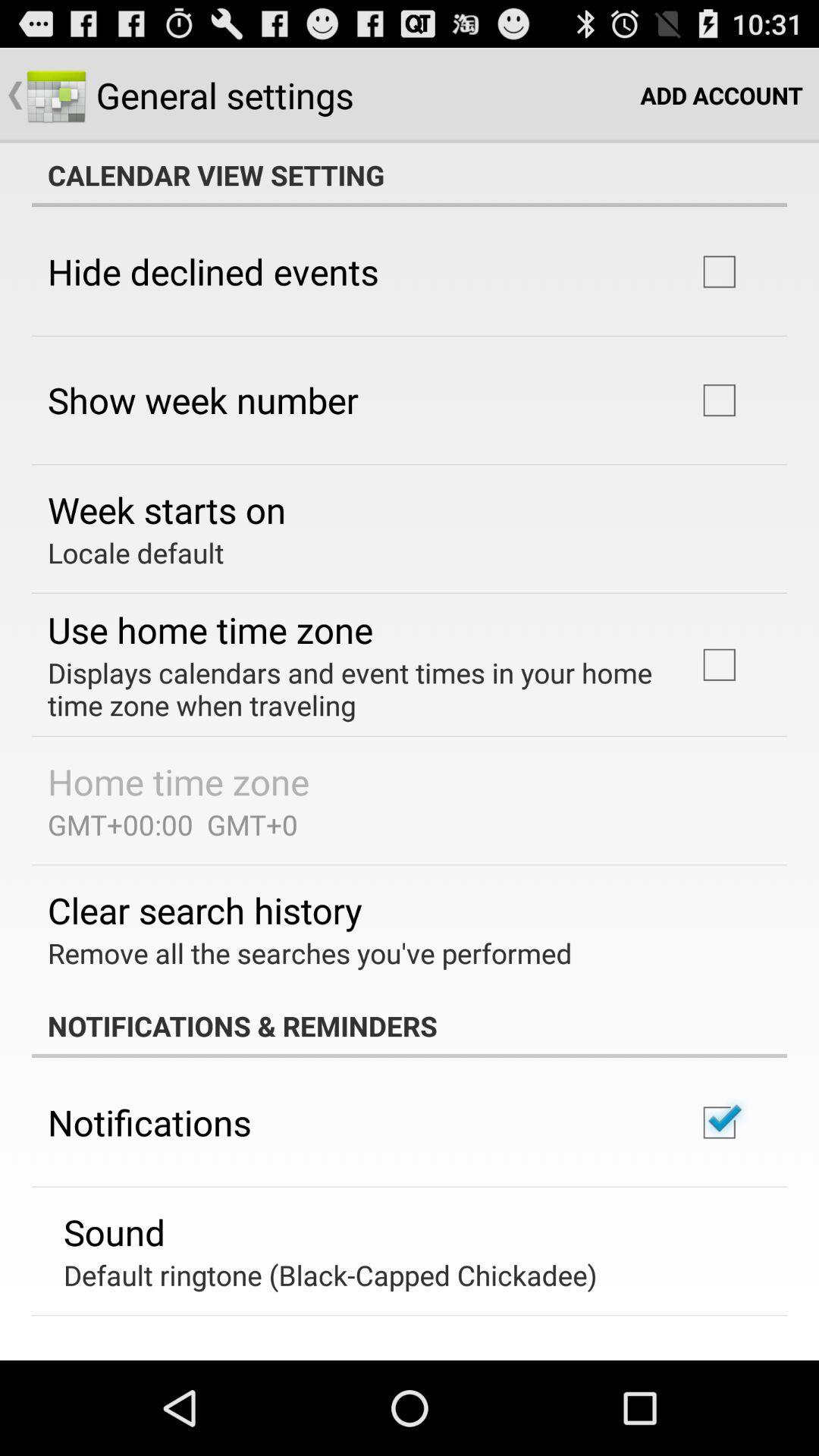  I want to click on the item above show week number, so click(213, 271).